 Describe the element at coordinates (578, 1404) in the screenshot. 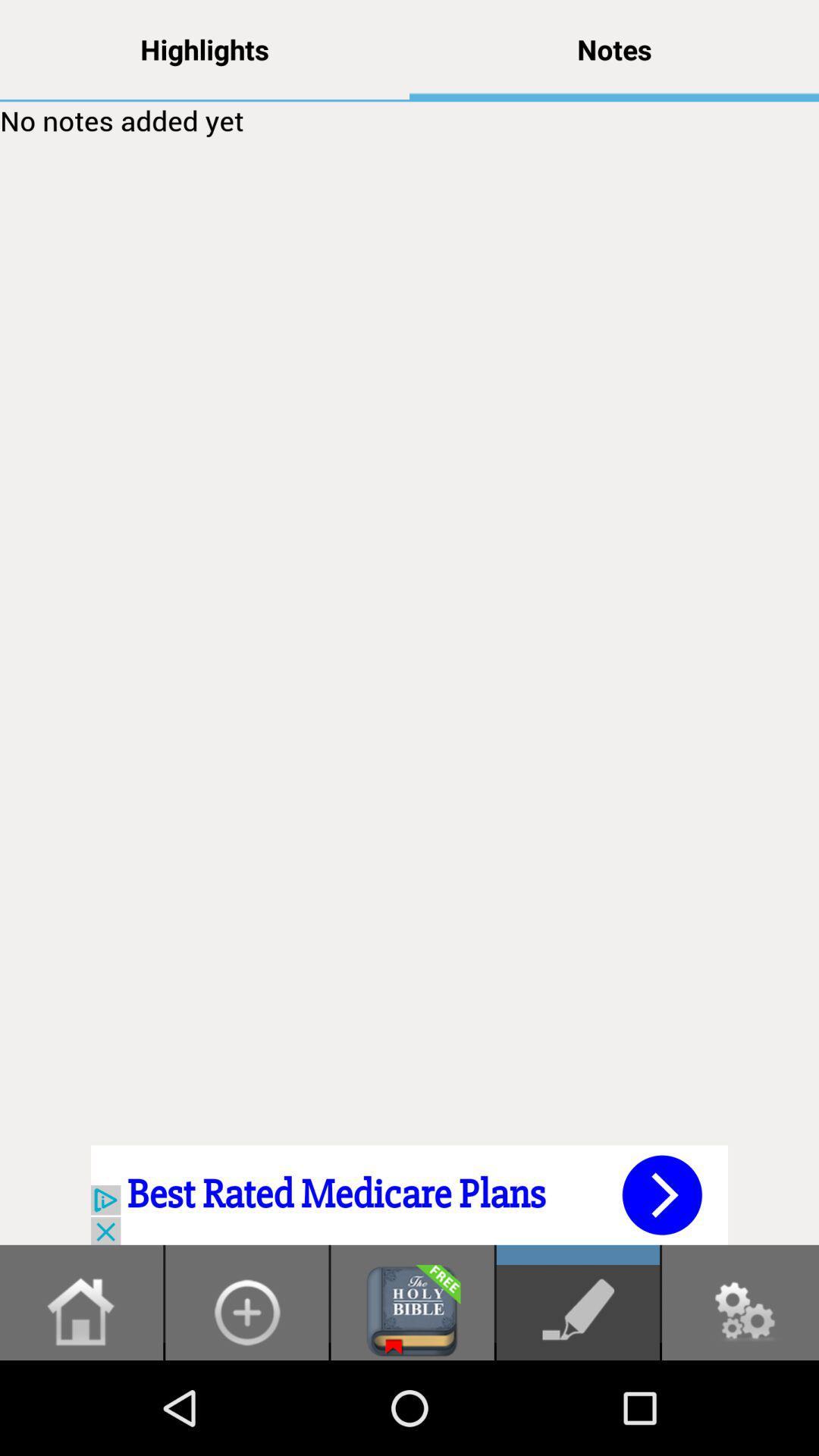

I see `the edit icon` at that location.